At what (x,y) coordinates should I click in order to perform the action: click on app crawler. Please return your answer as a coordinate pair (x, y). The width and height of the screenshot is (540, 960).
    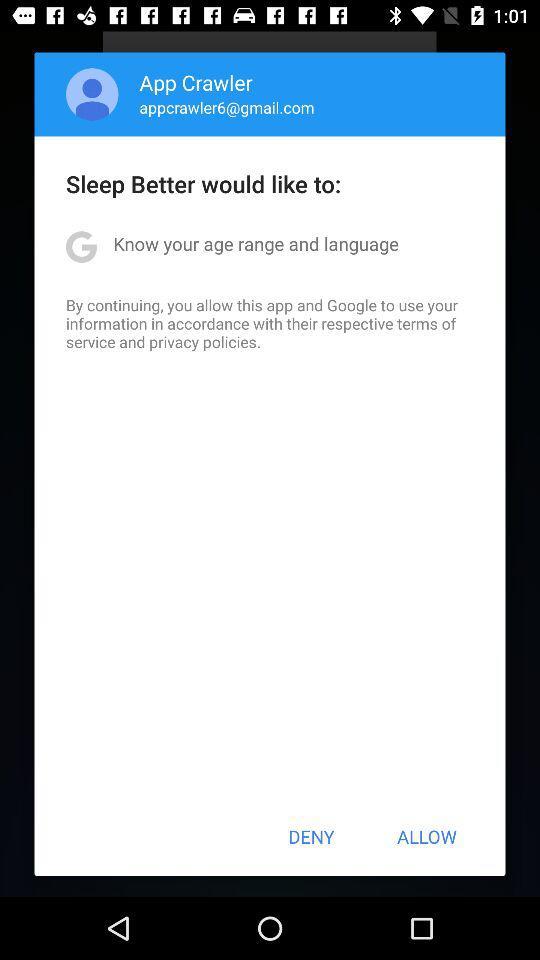
    Looking at the image, I should click on (196, 82).